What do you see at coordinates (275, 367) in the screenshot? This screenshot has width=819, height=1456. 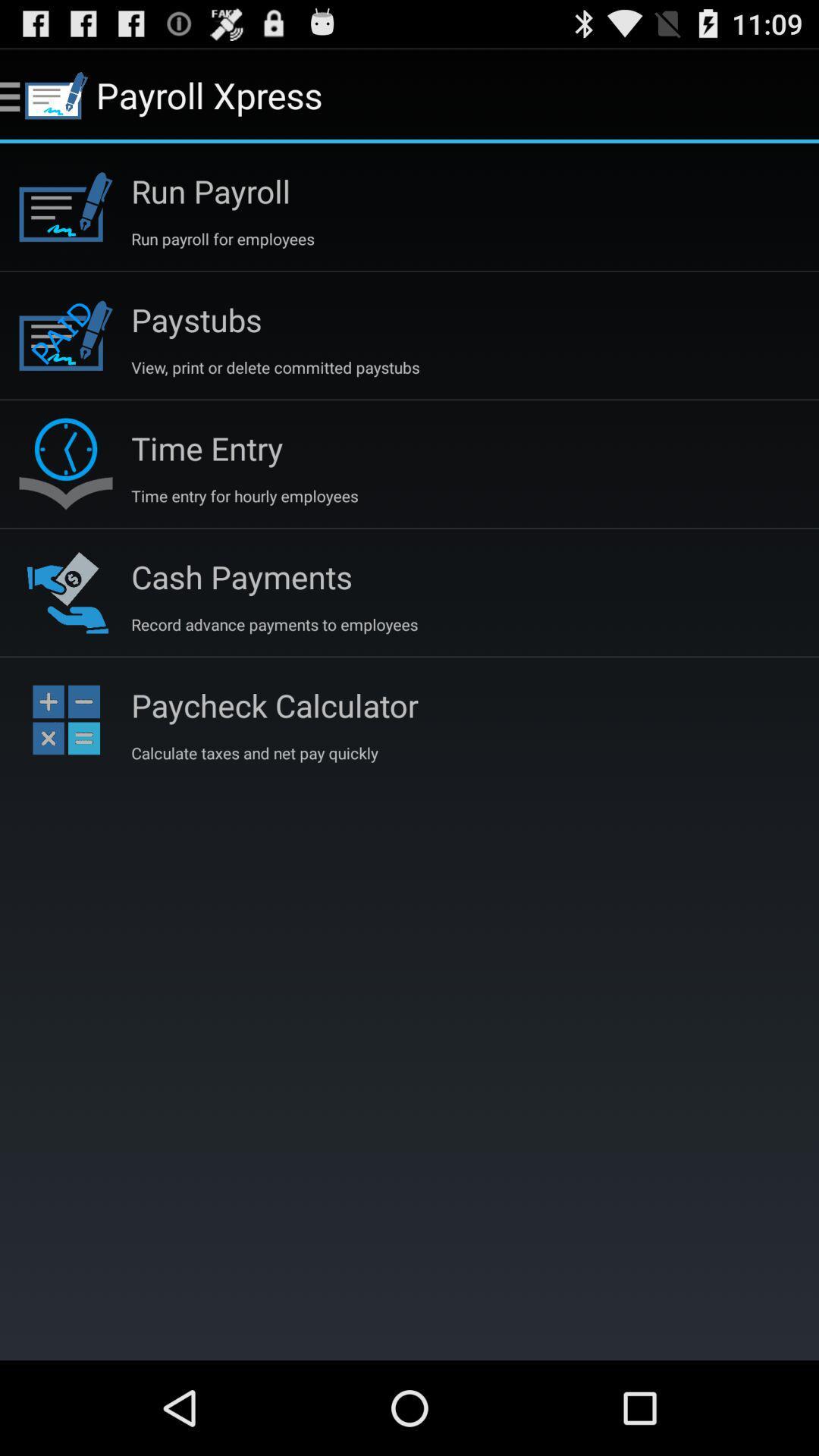 I see `the icon above time entry item` at bounding box center [275, 367].